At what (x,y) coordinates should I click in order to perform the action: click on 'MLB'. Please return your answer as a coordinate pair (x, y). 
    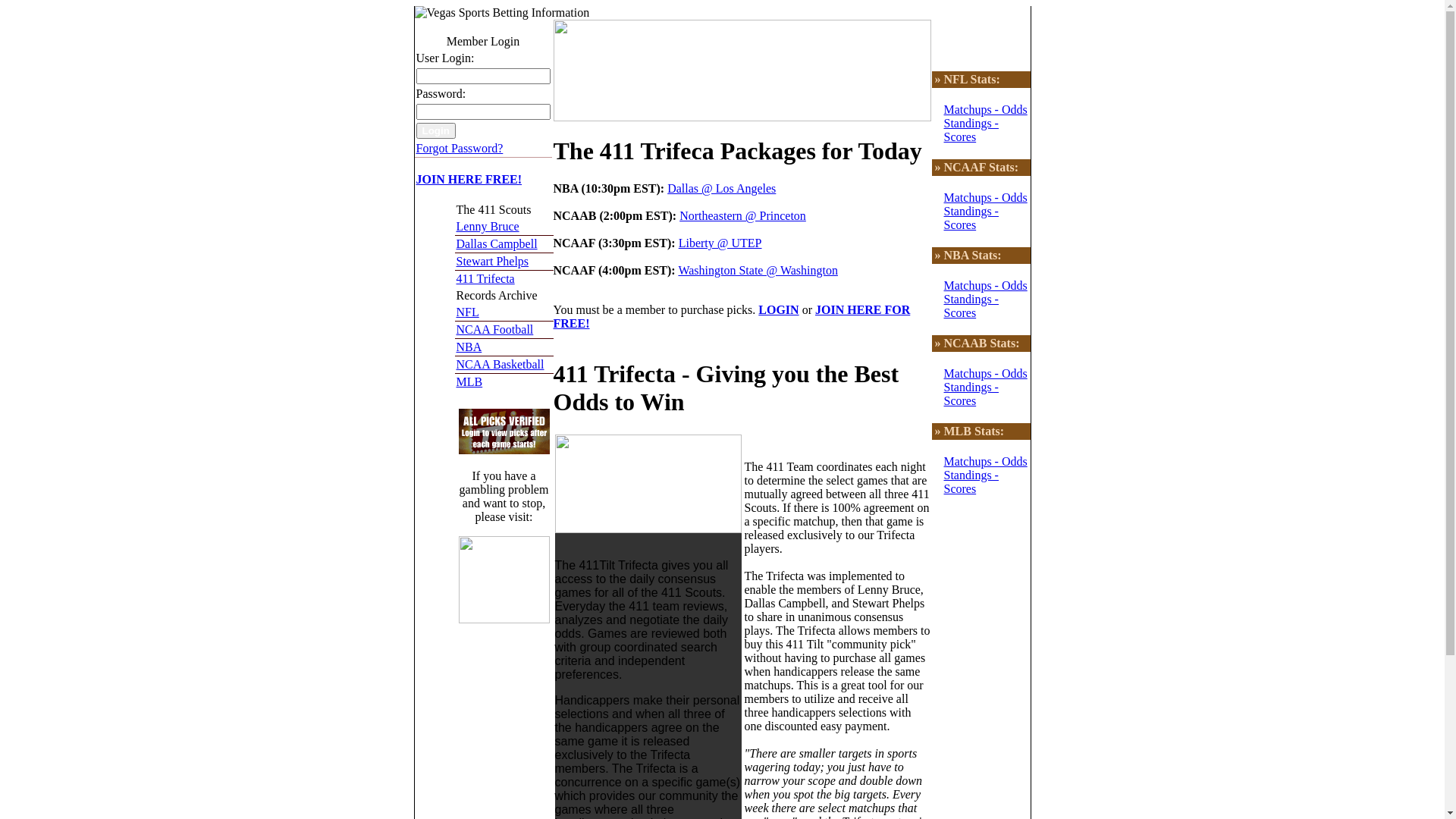
    Looking at the image, I should click on (469, 381).